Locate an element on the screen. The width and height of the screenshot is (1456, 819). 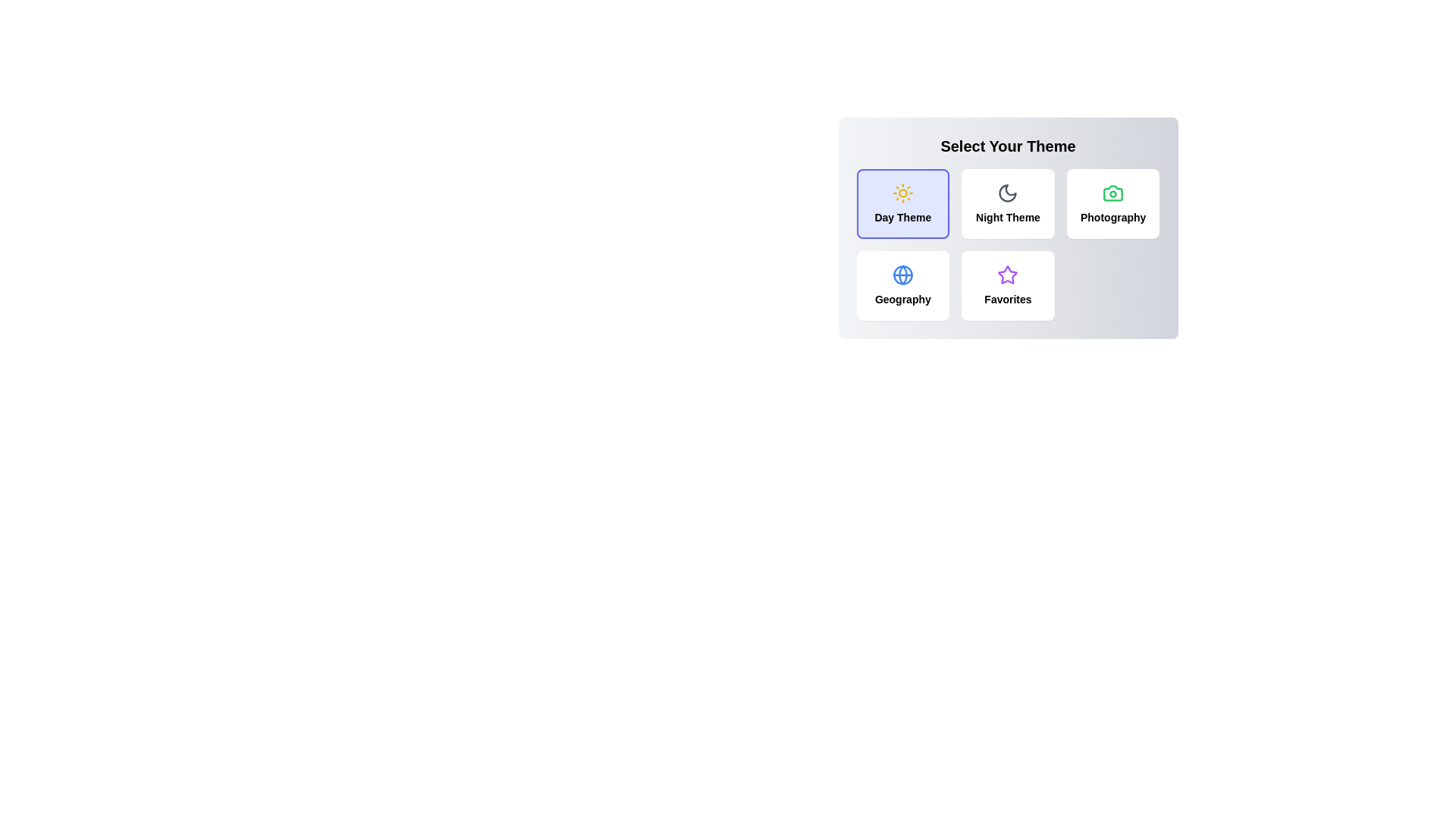
the photography category icon located at the top-center of the card labeled 'Photography.' is located at coordinates (1113, 192).